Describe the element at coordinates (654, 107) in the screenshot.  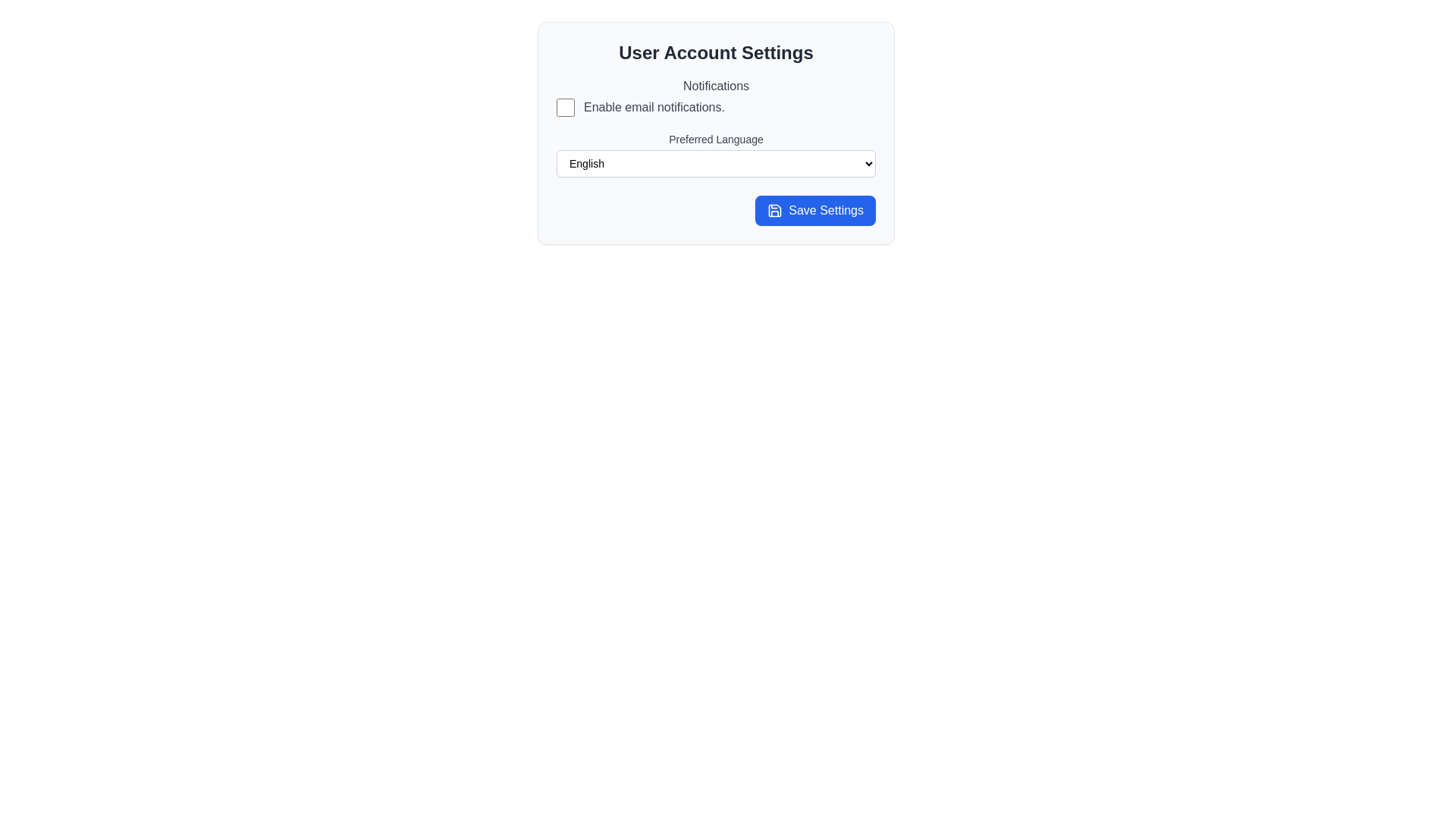
I see `the text label displaying 'Enable email notifications.' which is aligned horizontally next to a checkbox in the 'User Account Settings' section under the 'Notifications' heading` at that location.